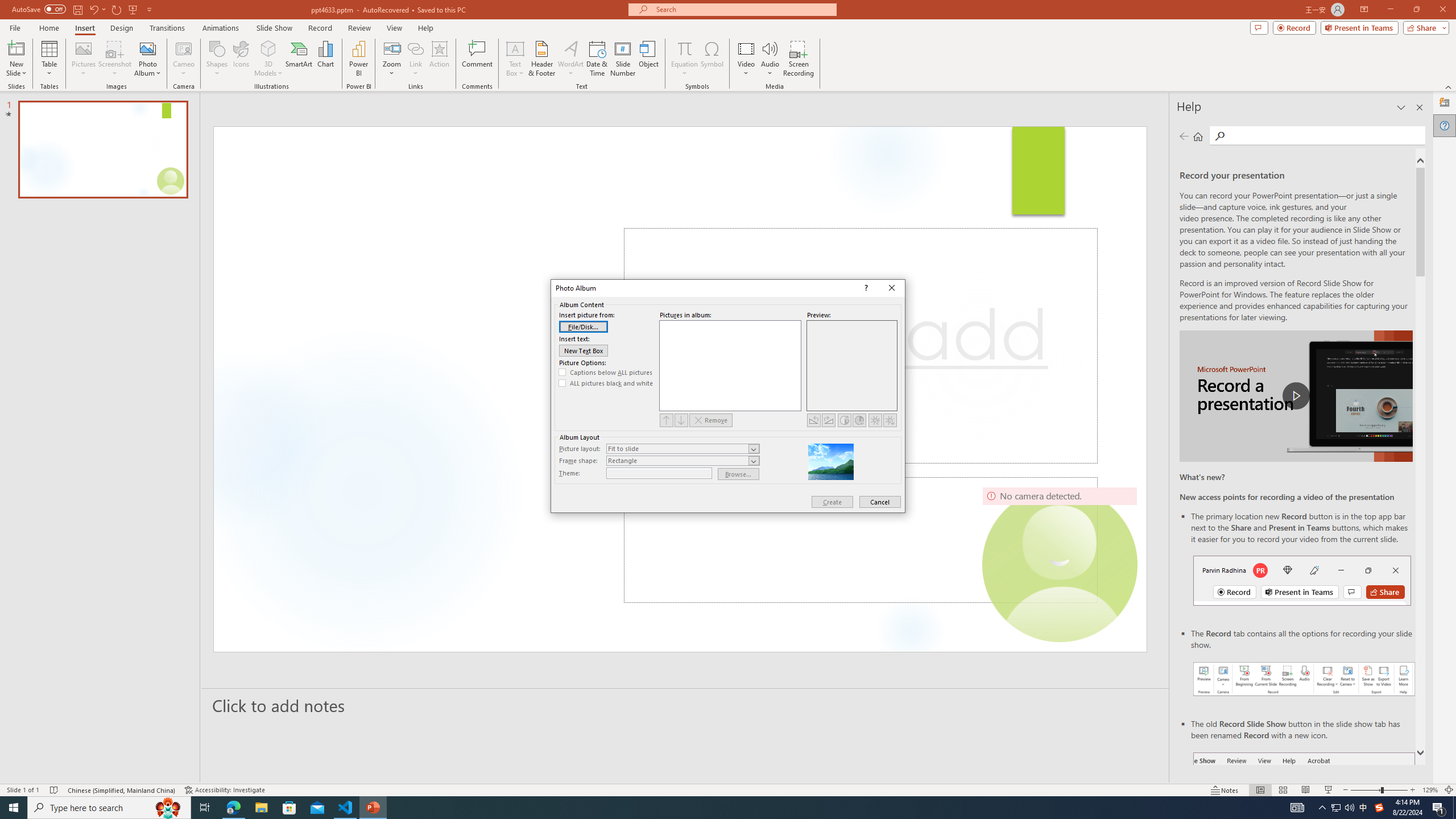 The width and height of the screenshot is (1456, 819). I want to click on 'Object...', so click(649, 59).